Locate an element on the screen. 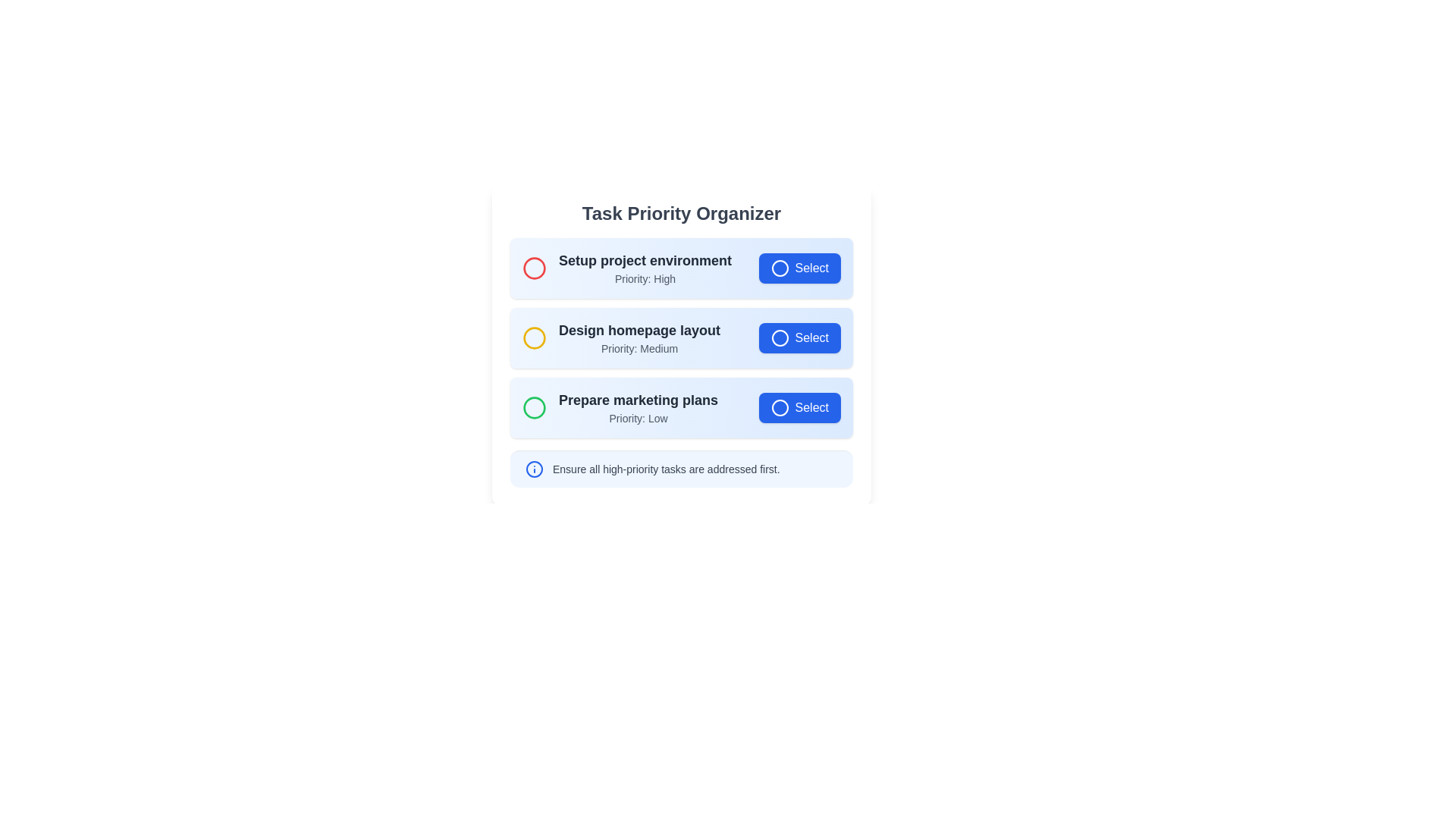 The image size is (1456, 819). the circular icon with a red border adjacent to the title 'Setup project environment' in the task priority organizer is located at coordinates (535, 268).